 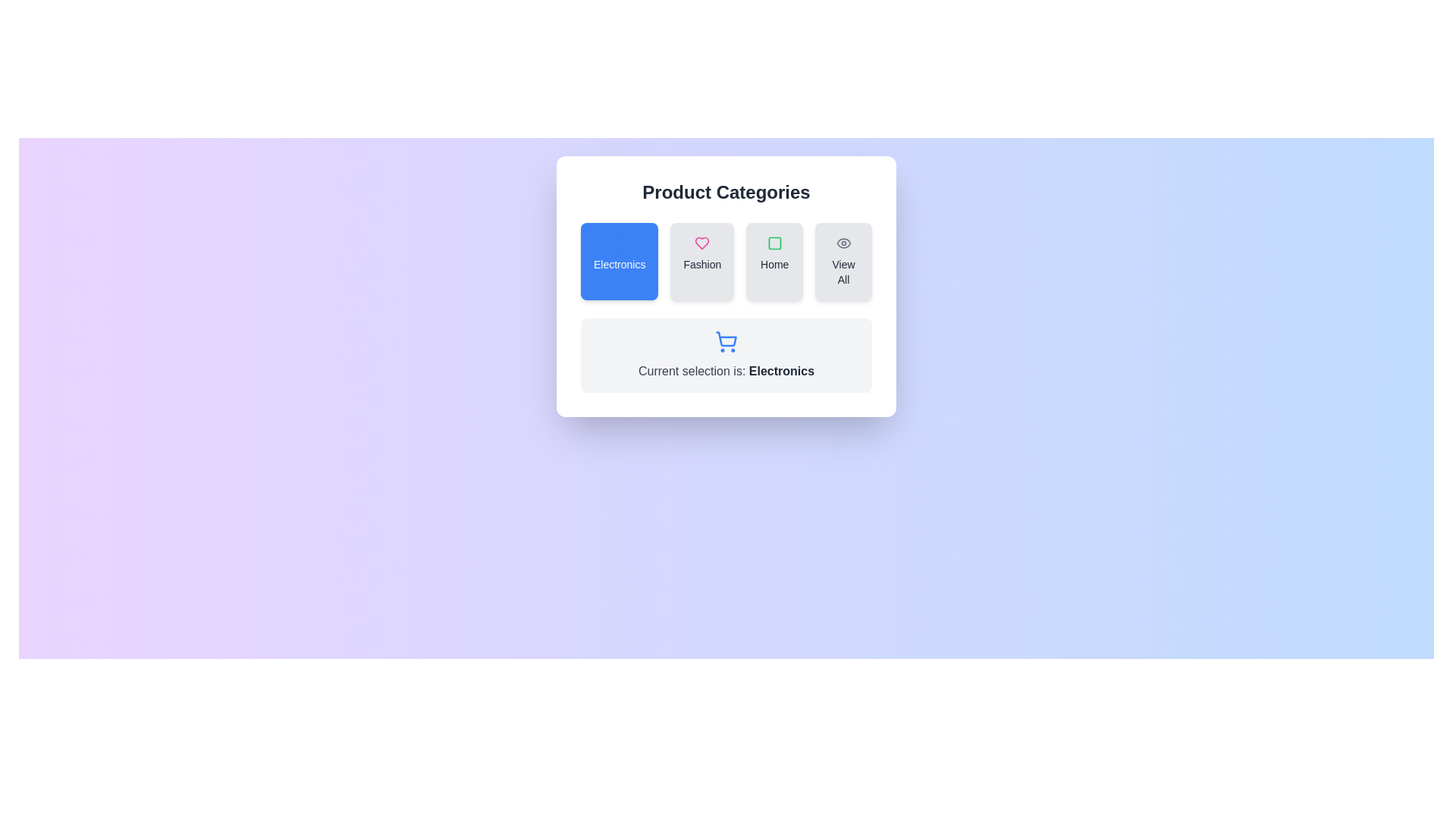 What do you see at coordinates (774, 260) in the screenshot?
I see `the 'Home' button located between 'Fashion' and 'View All' in the 'Product Categories' section` at bounding box center [774, 260].